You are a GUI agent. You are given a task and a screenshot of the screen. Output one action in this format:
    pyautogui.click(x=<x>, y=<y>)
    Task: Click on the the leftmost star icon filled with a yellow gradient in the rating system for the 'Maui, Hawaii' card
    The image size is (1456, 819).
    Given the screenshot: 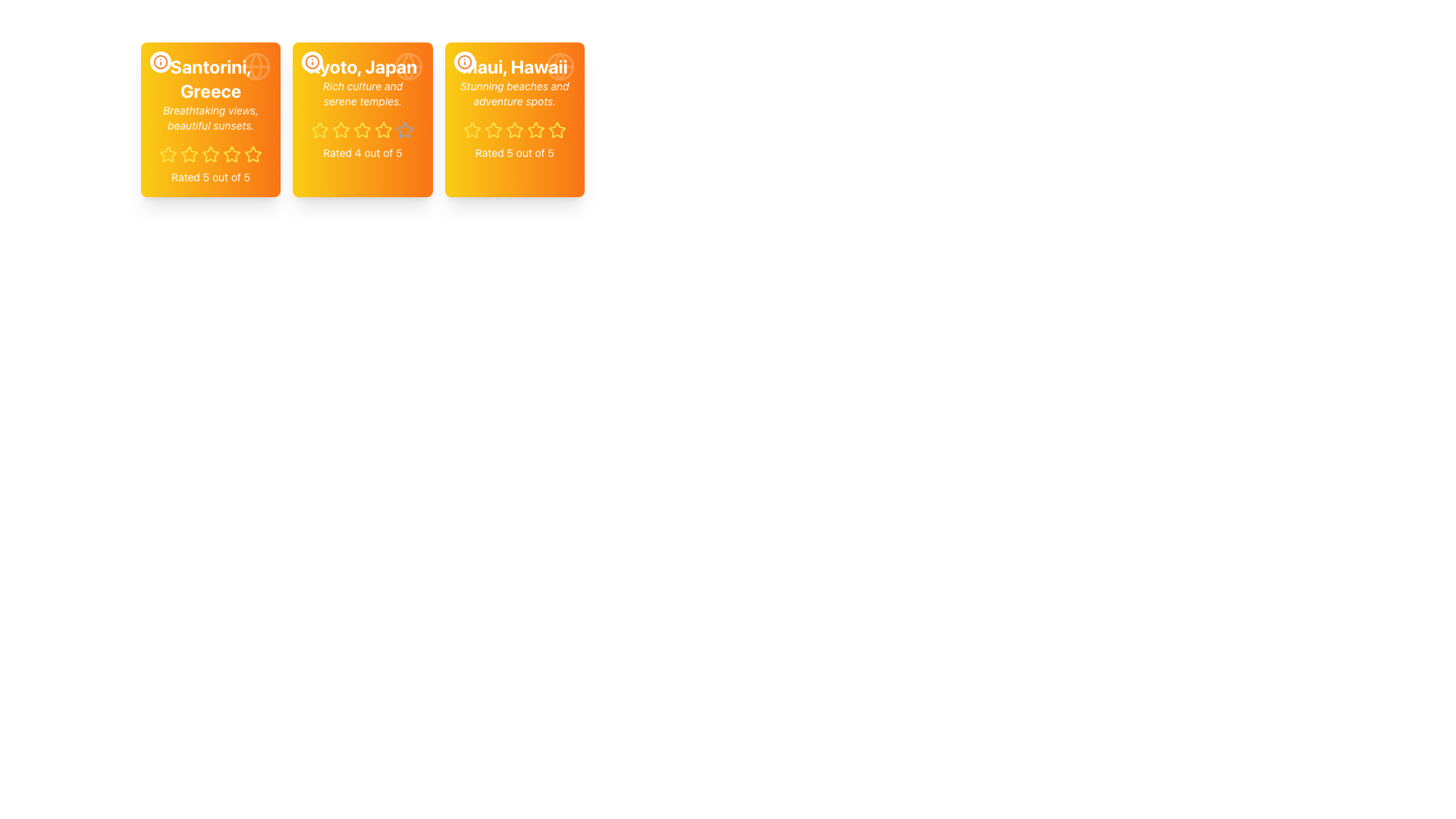 What is the action you would take?
    pyautogui.click(x=471, y=129)
    